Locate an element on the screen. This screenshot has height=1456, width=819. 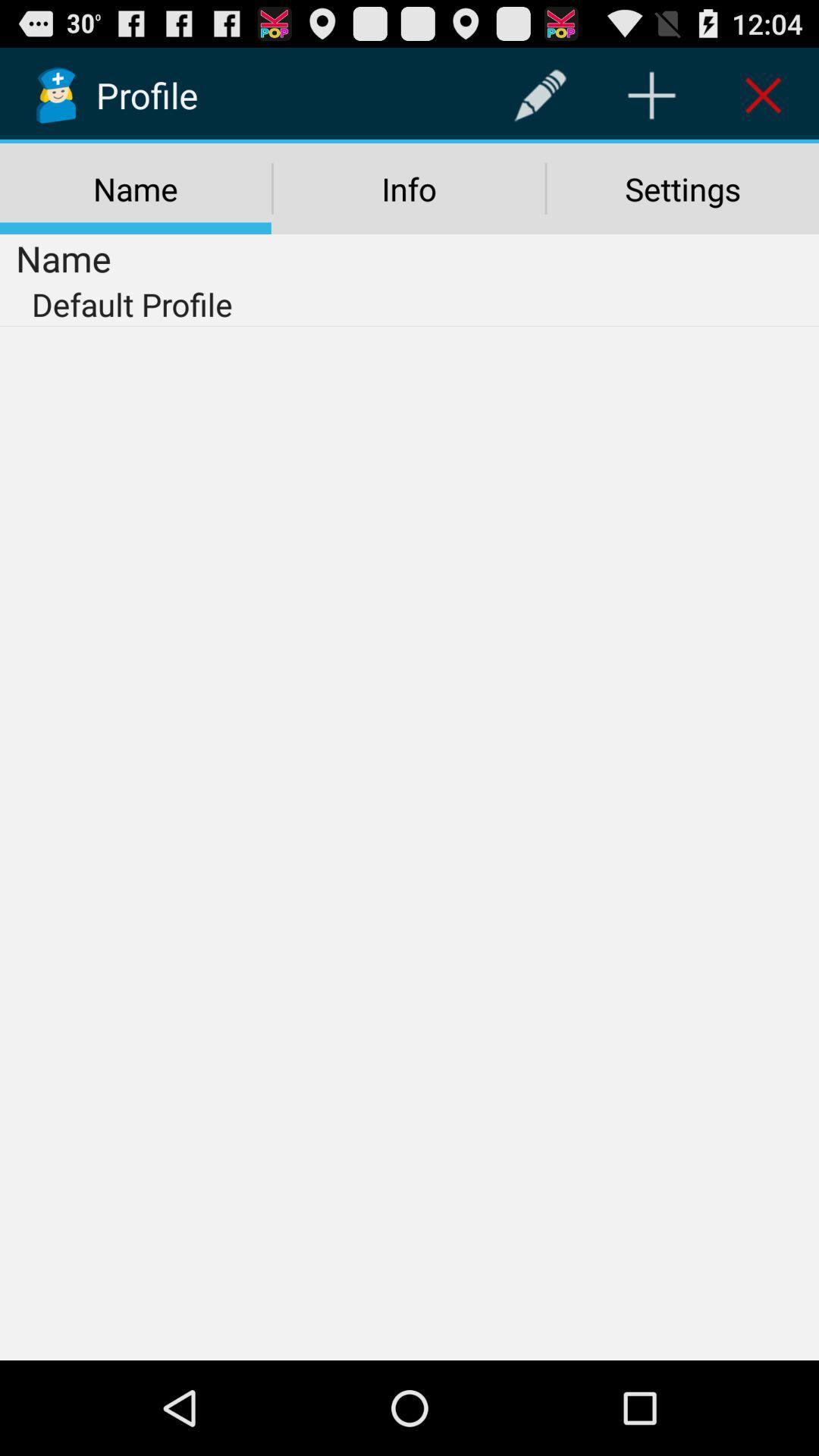
info is located at coordinates (408, 188).